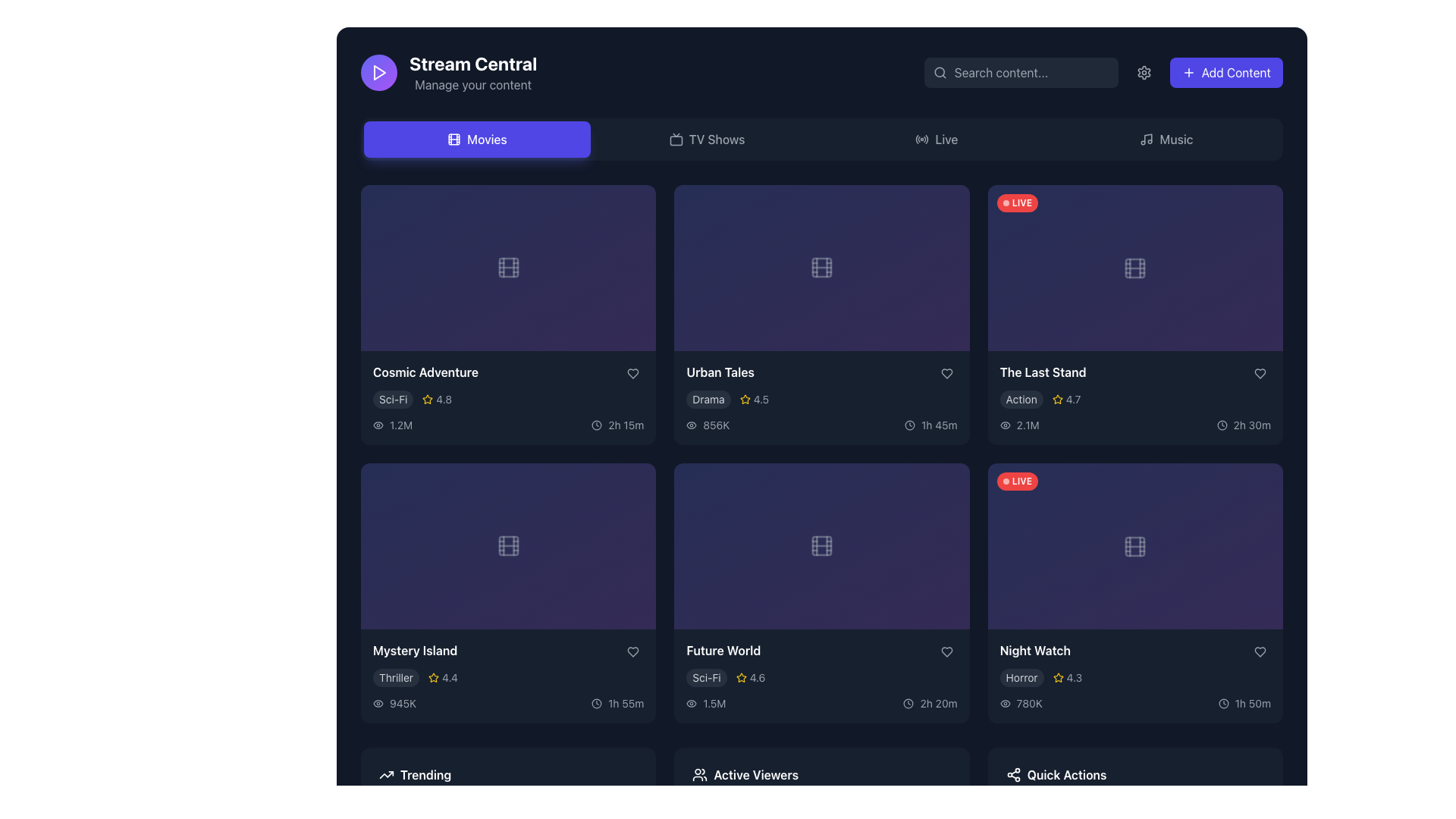 The width and height of the screenshot is (1456, 819). Describe the element at coordinates (472, 84) in the screenshot. I see `the descriptive text label positioned below the main heading 'Stream Central', which provides contextual information for user navigation` at that location.